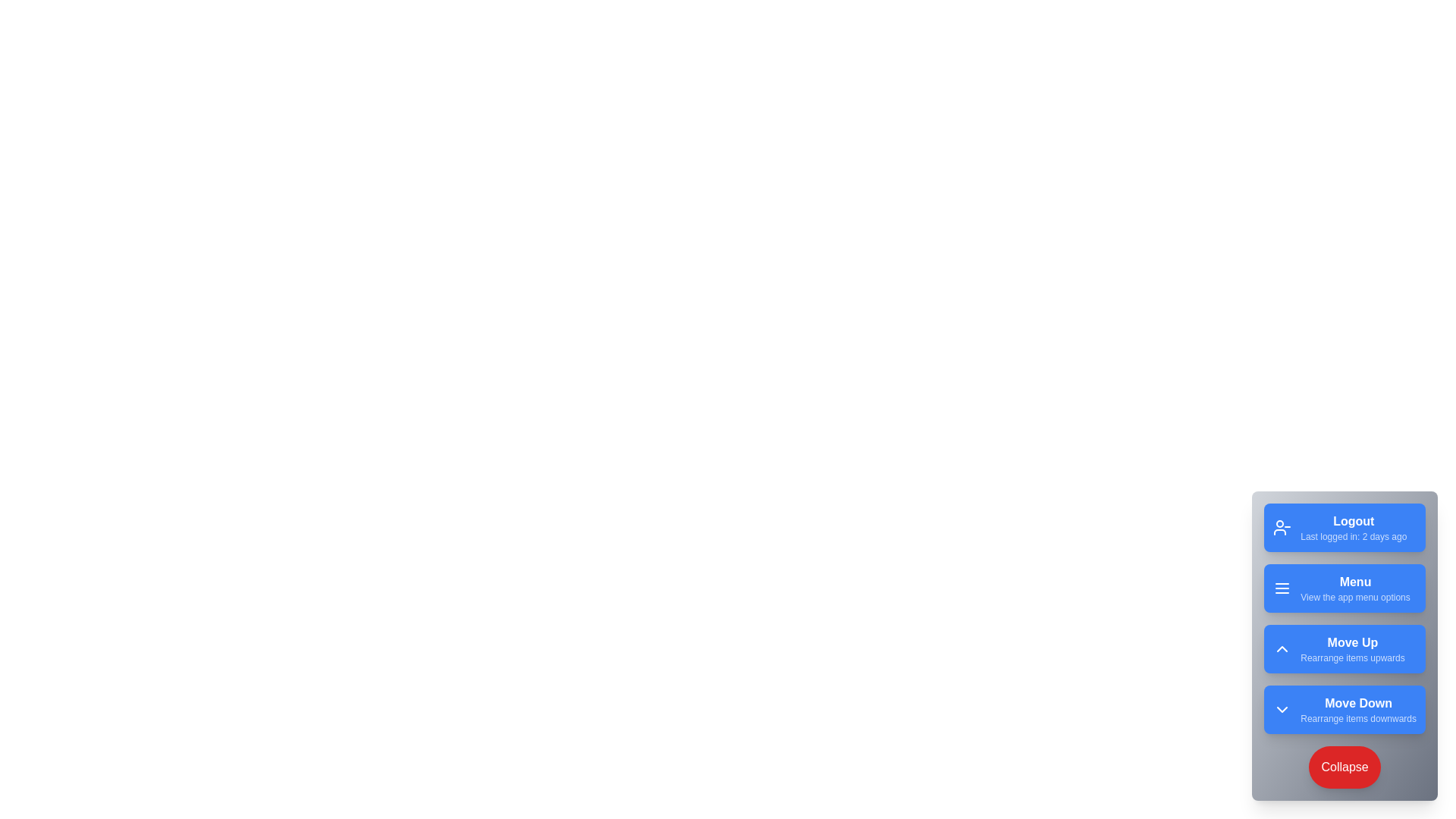  What do you see at coordinates (1345, 710) in the screenshot?
I see `the 'Move Down' button, which is a rectangular button with a blue background and white text displaying the title 'Move Down' and a downward arrow icon` at bounding box center [1345, 710].